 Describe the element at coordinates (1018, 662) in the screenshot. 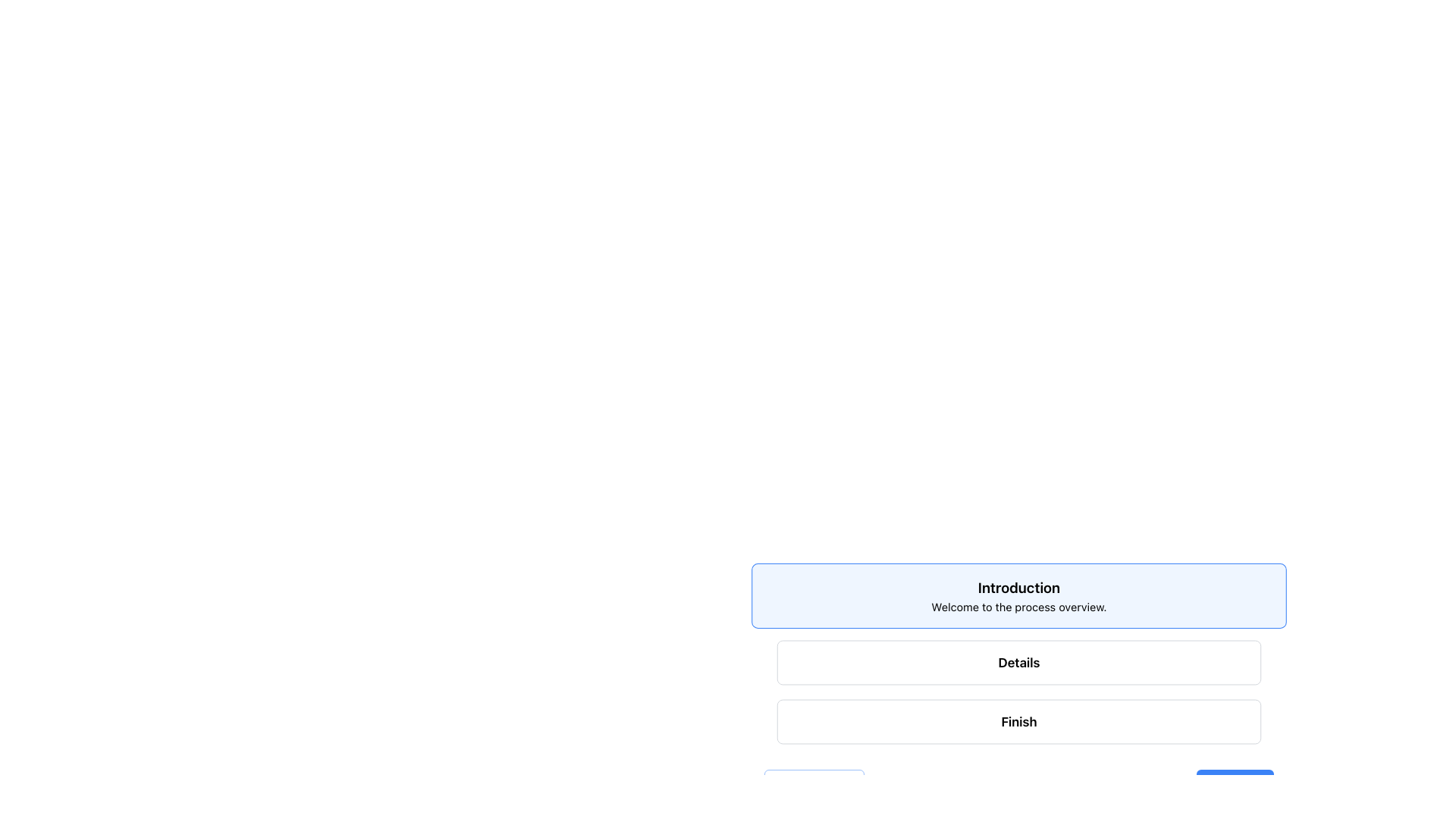

I see `the 'Details' text label, which is a bold, large font component centered in a white box with rounded corners and a light gray border` at that location.